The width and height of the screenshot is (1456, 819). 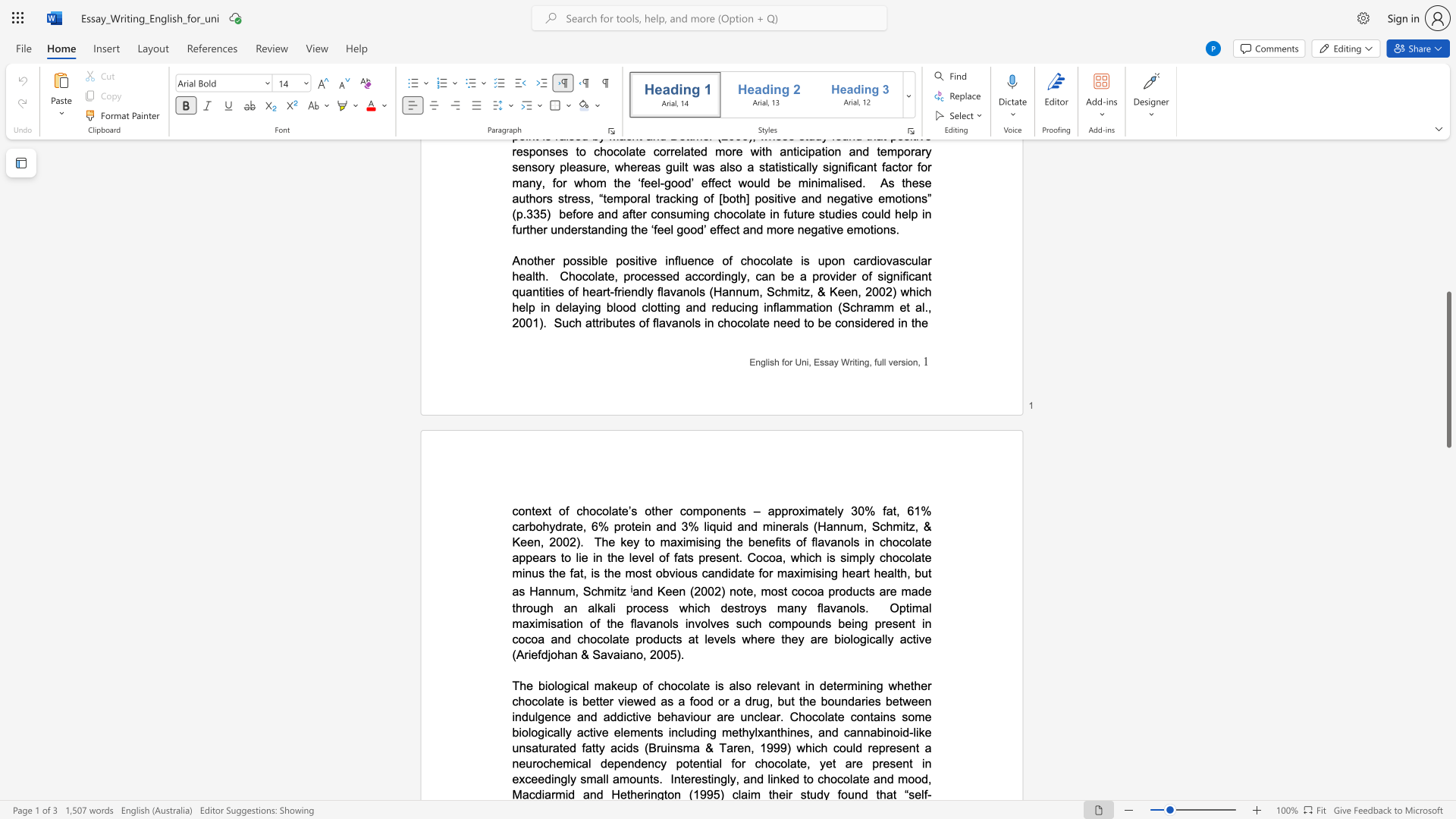 What do you see at coordinates (1448, 369) in the screenshot?
I see `the scrollbar and move down 1650 pixels` at bounding box center [1448, 369].